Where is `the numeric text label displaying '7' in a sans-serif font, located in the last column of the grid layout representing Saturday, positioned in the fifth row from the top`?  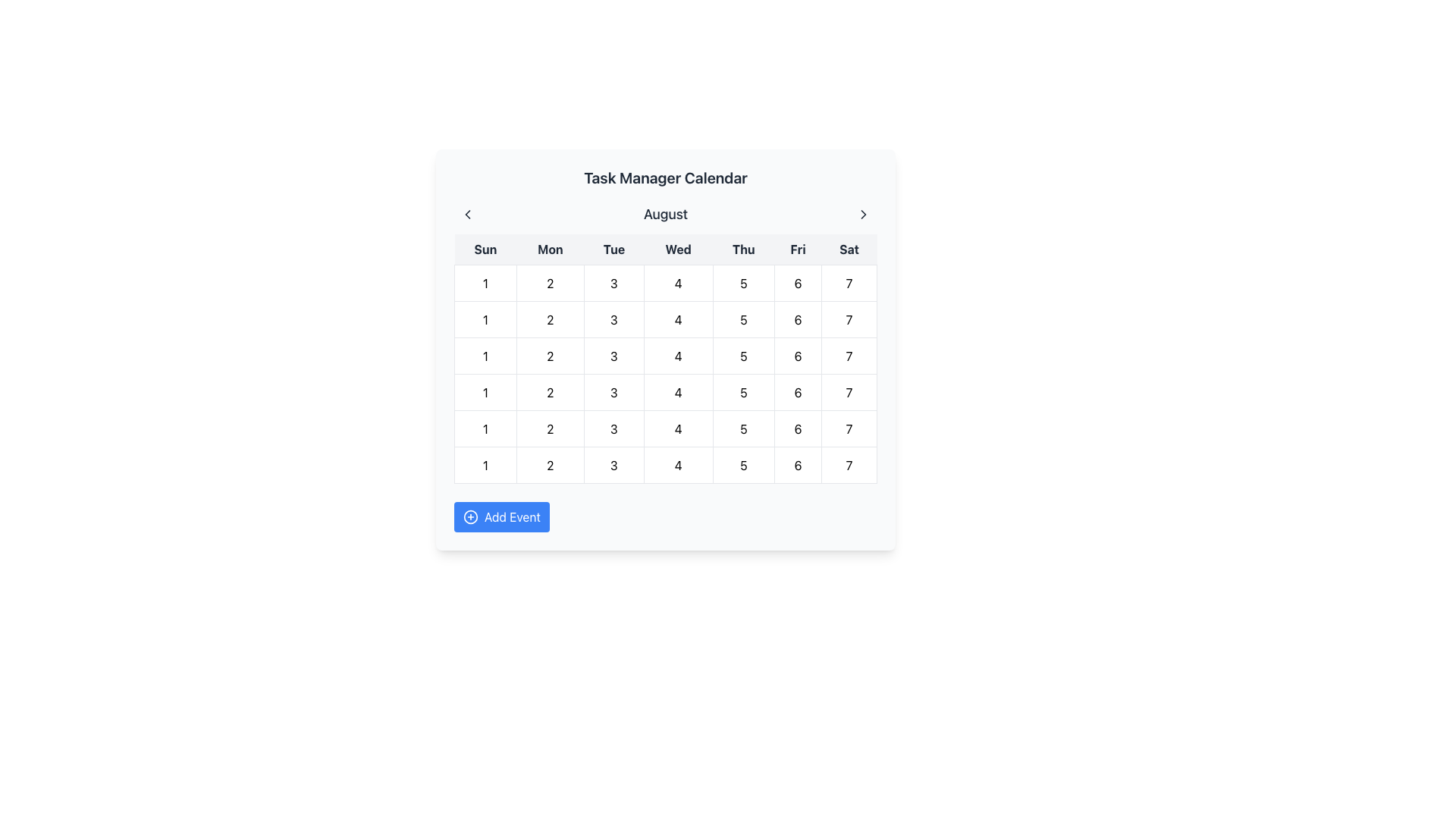
the numeric text label displaying '7' in a sans-serif font, located in the last column of the grid layout representing Saturday, positioned in the fifth row from the top is located at coordinates (849, 428).